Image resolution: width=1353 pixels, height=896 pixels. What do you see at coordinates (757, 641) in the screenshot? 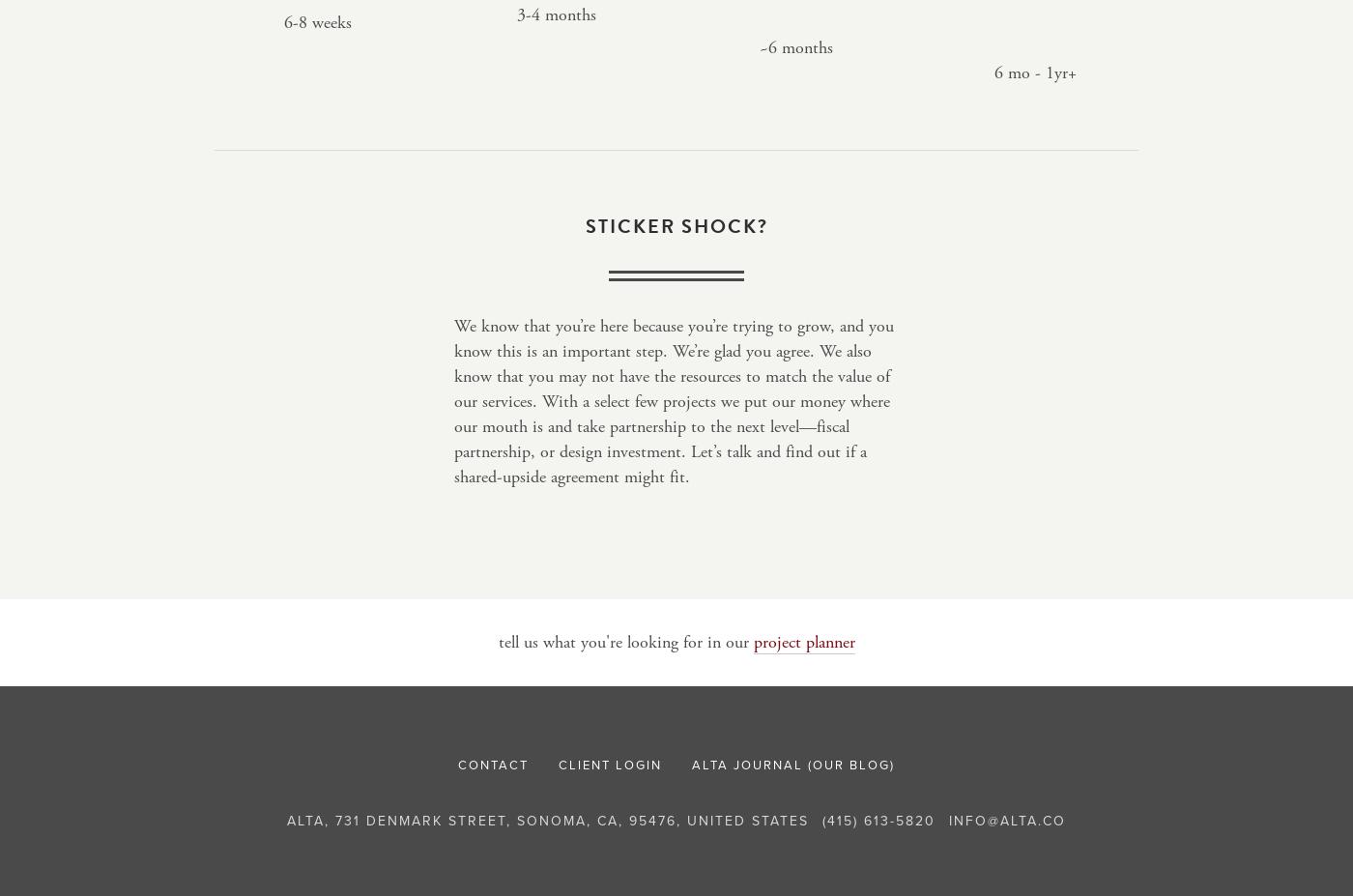
I see `'p'` at bounding box center [757, 641].